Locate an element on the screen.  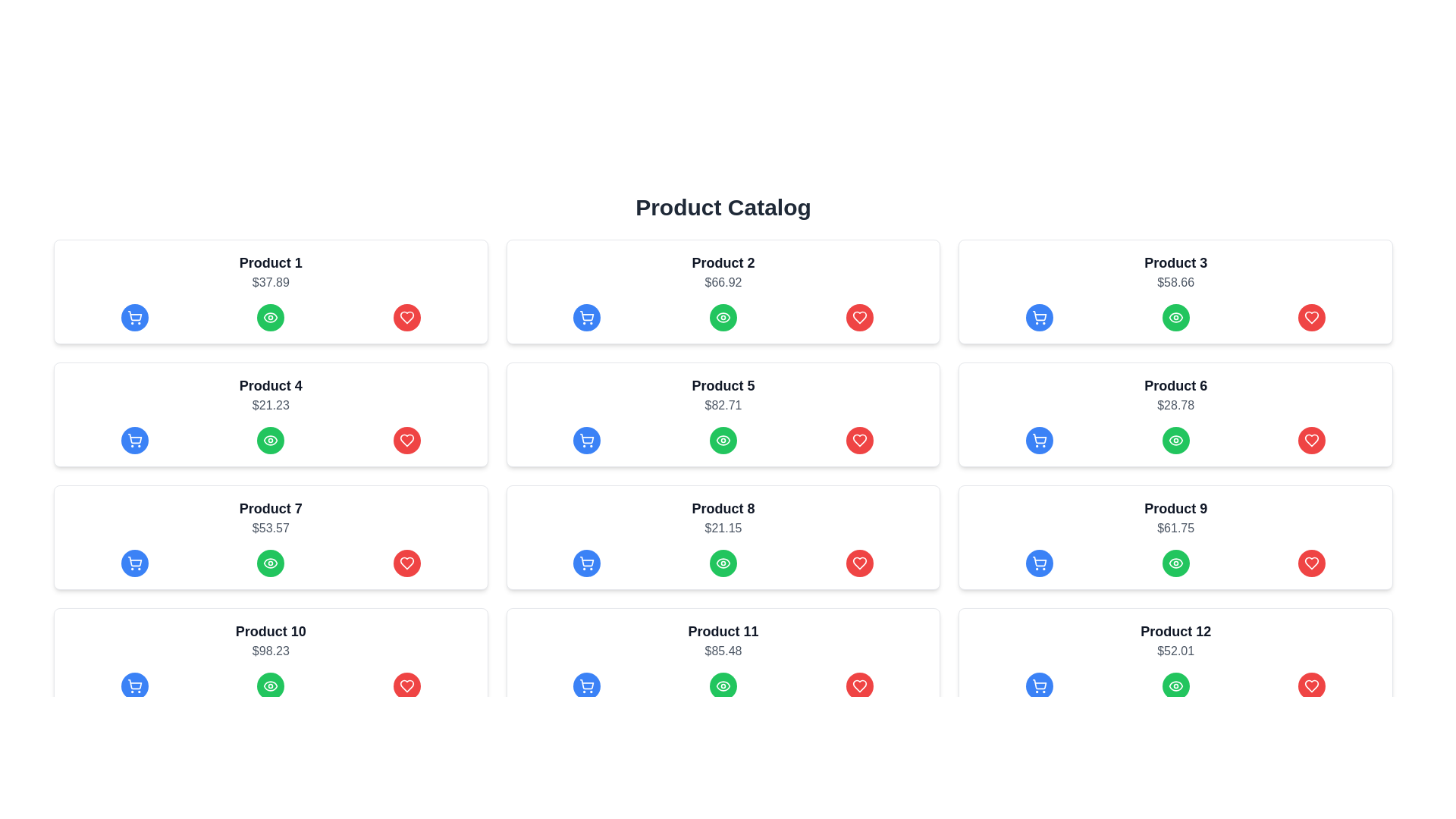
the static text element displaying the price '$98.23' located beneath the title 'Product 10' is located at coordinates (271, 651).